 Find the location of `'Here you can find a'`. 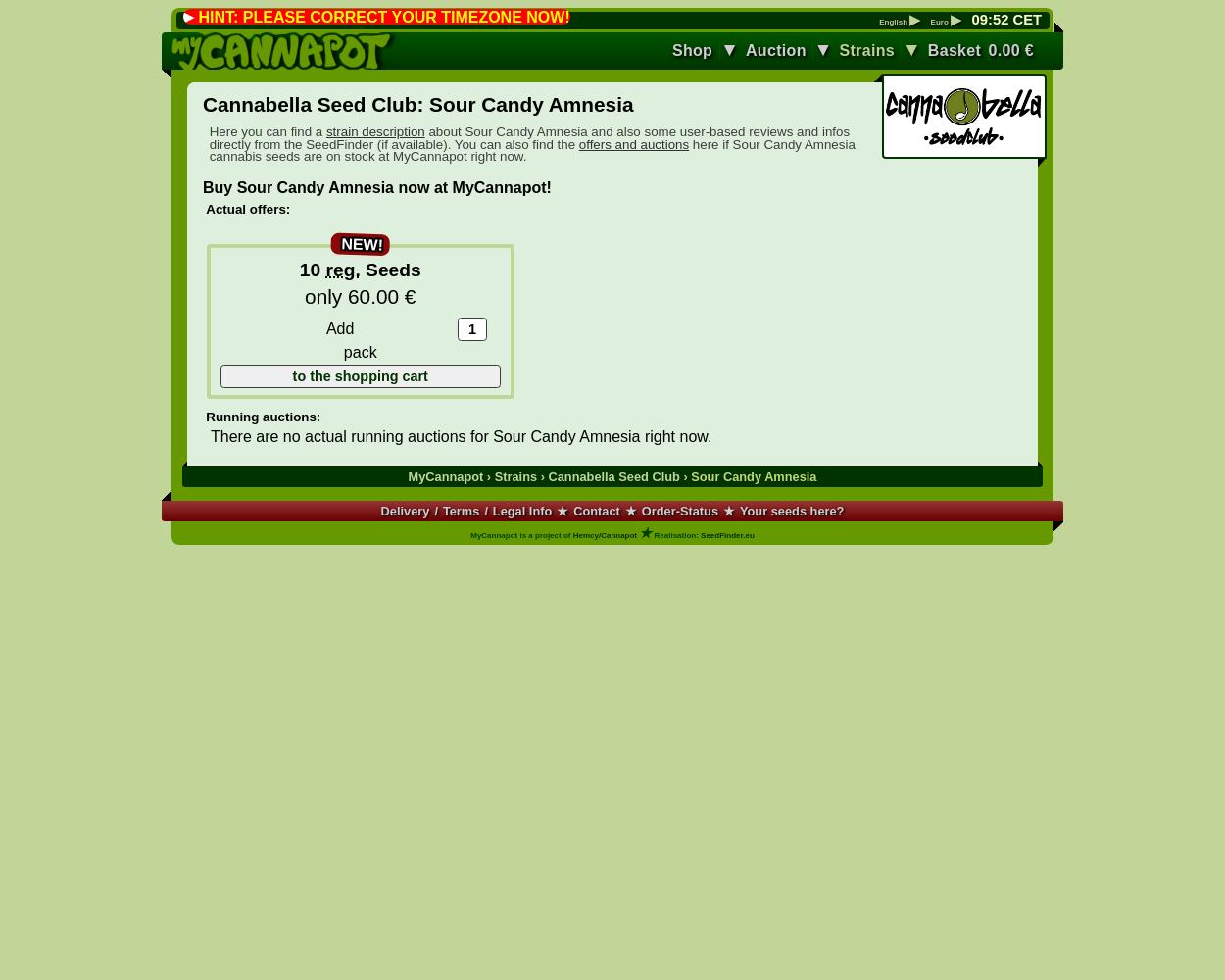

'Here you can find a' is located at coordinates (267, 130).